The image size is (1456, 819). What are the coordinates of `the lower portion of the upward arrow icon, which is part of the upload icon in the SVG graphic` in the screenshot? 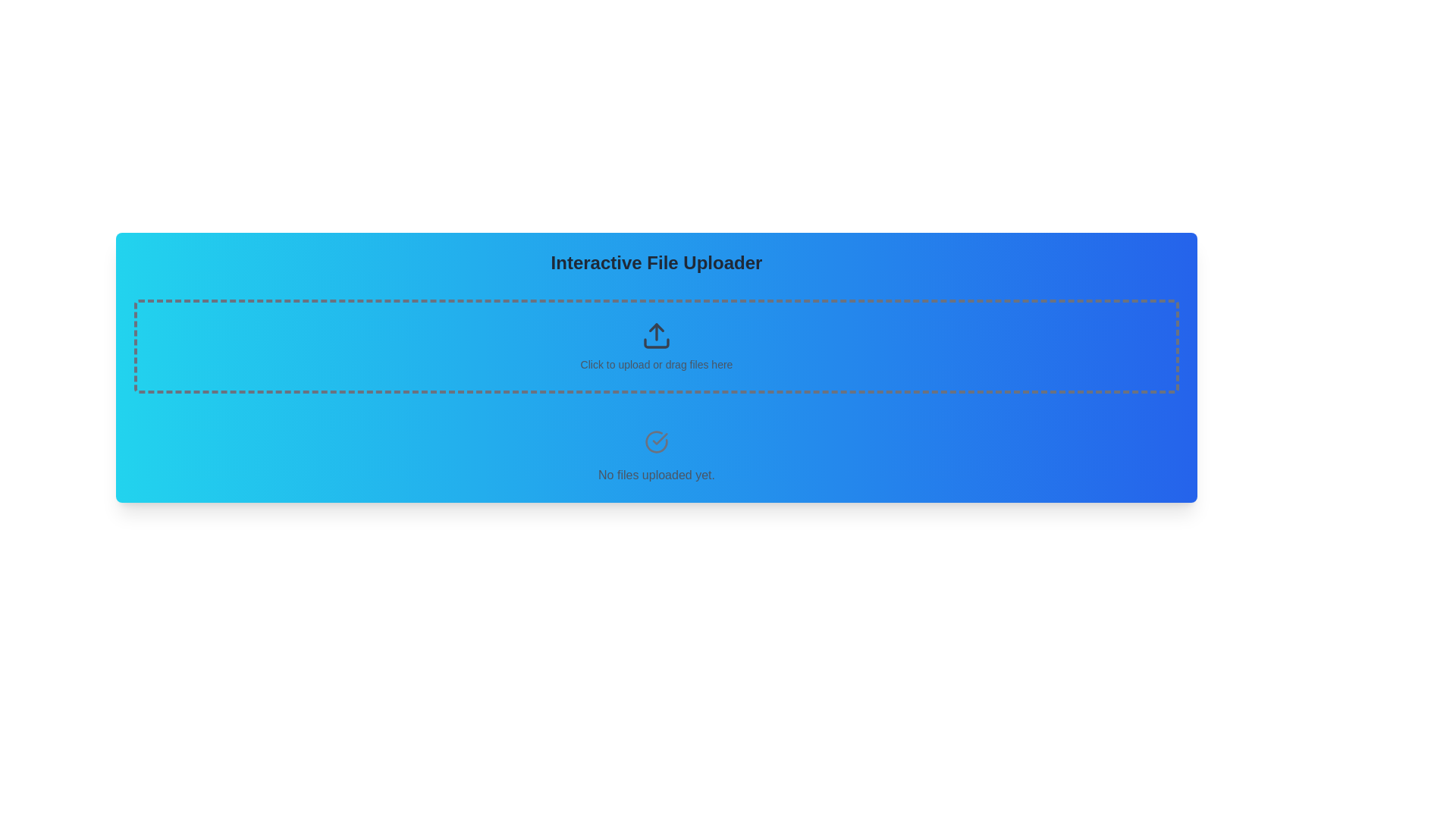 It's located at (656, 343).